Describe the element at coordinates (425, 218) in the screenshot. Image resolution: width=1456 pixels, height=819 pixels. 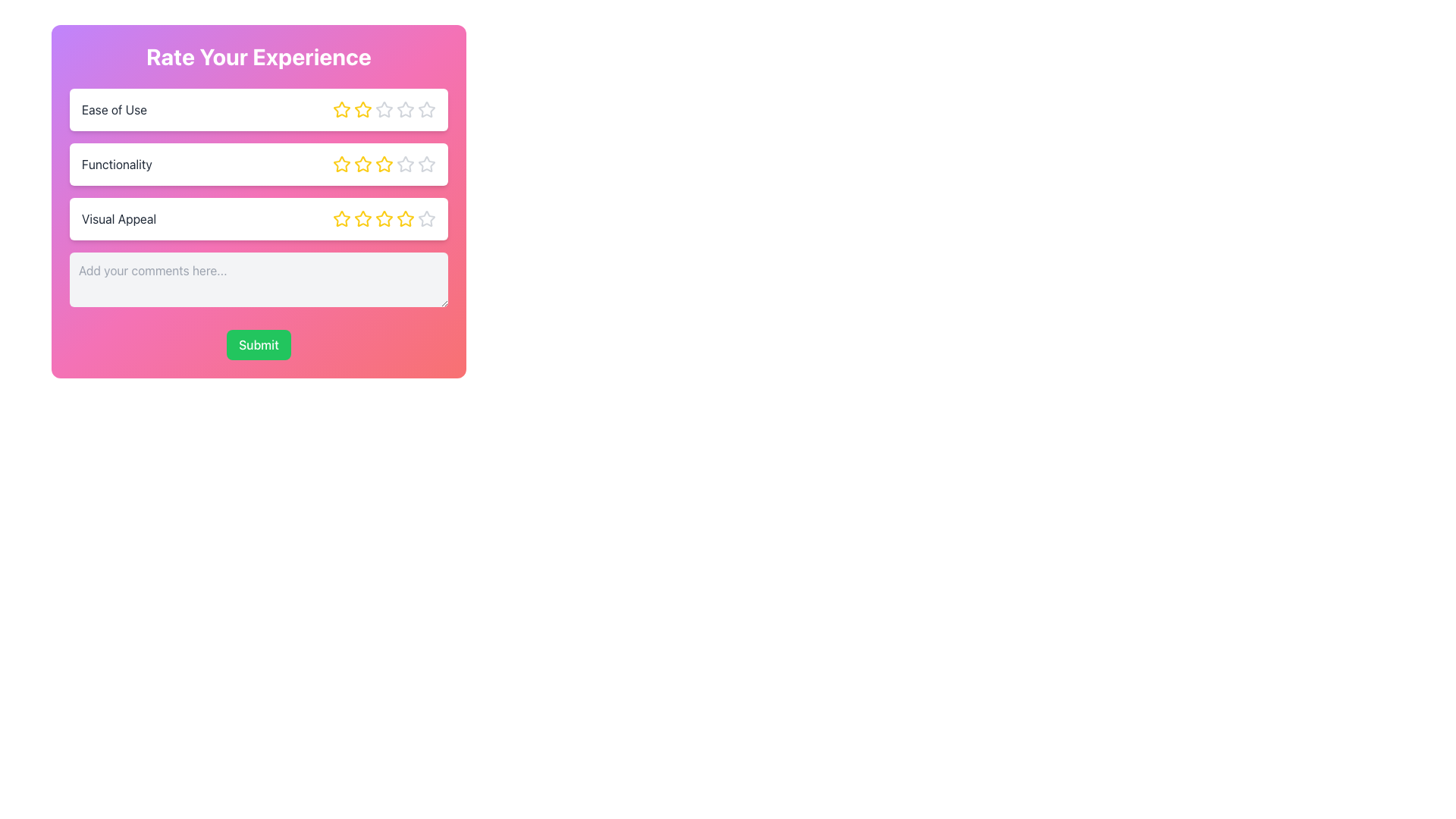
I see `the fifth star icon in the rating system for 'Visual Appeal'` at that location.